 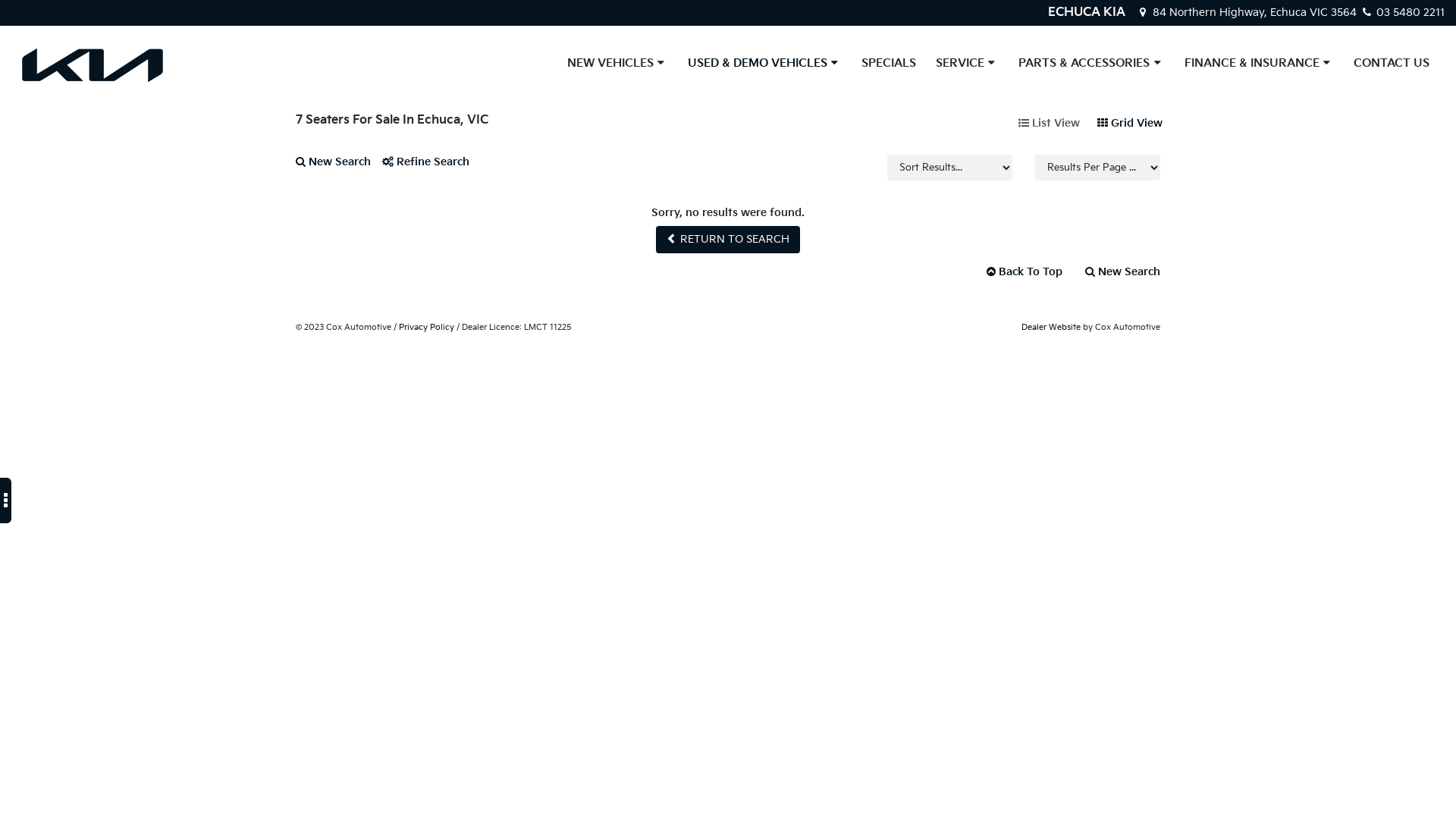 What do you see at coordinates (676, 63) in the screenshot?
I see `'USED & DEMO VEHICLES'` at bounding box center [676, 63].